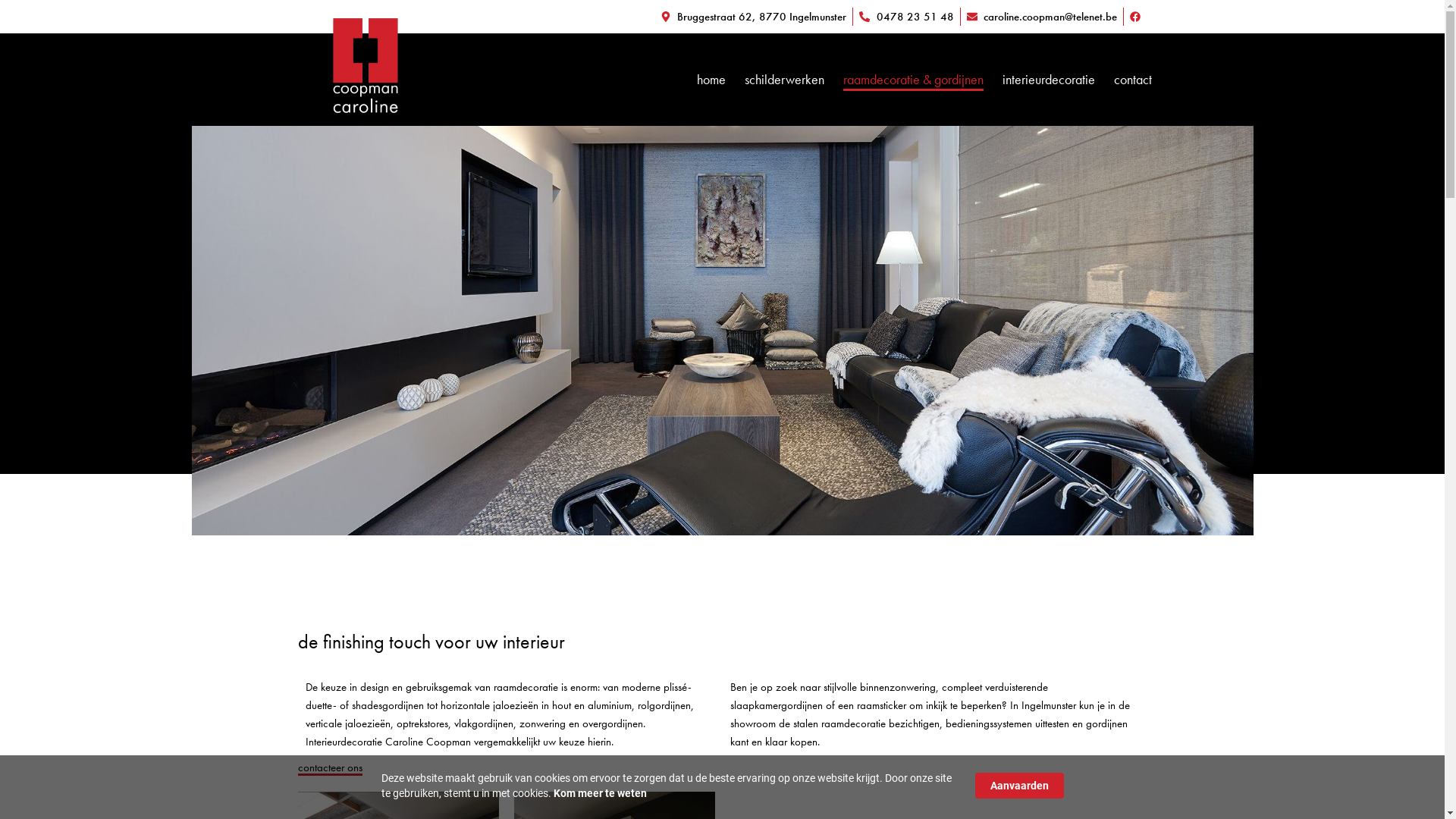 The image size is (1456, 819). Describe the element at coordinates (906, 17) in the screenshot. I see `'0478 23 51 48'` at that location.